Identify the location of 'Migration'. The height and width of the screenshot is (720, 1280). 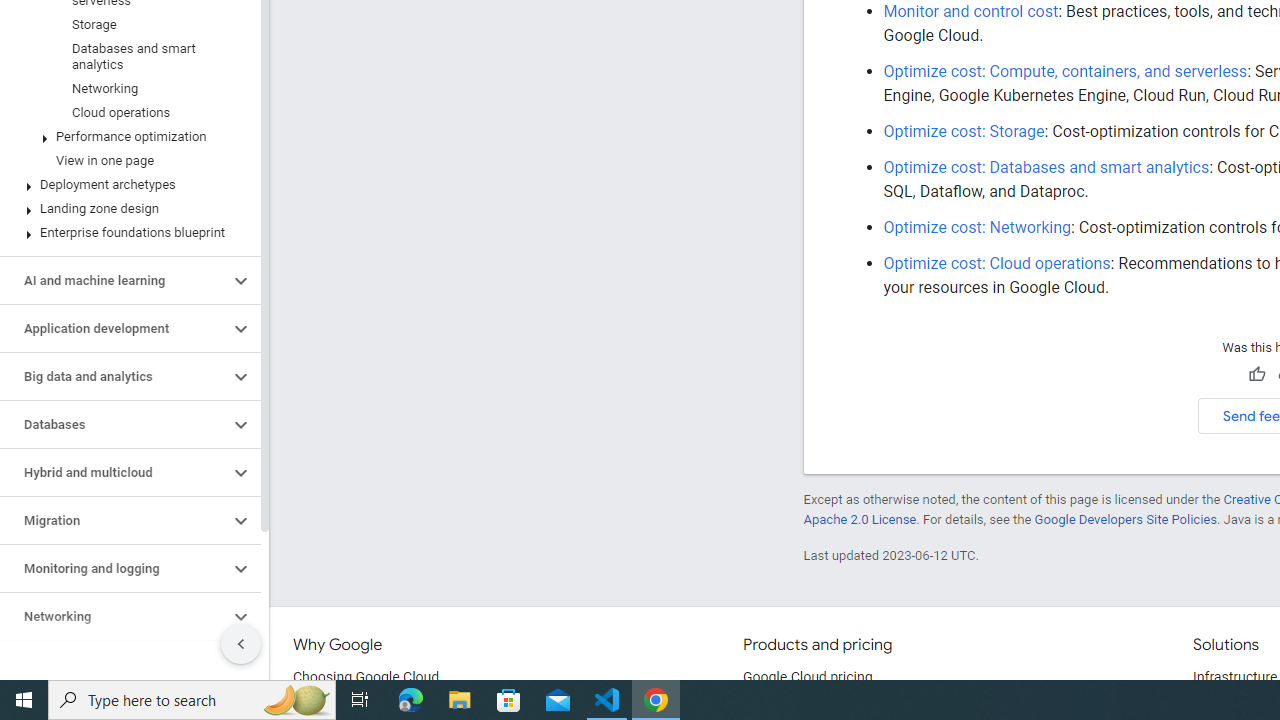
(113, 519).